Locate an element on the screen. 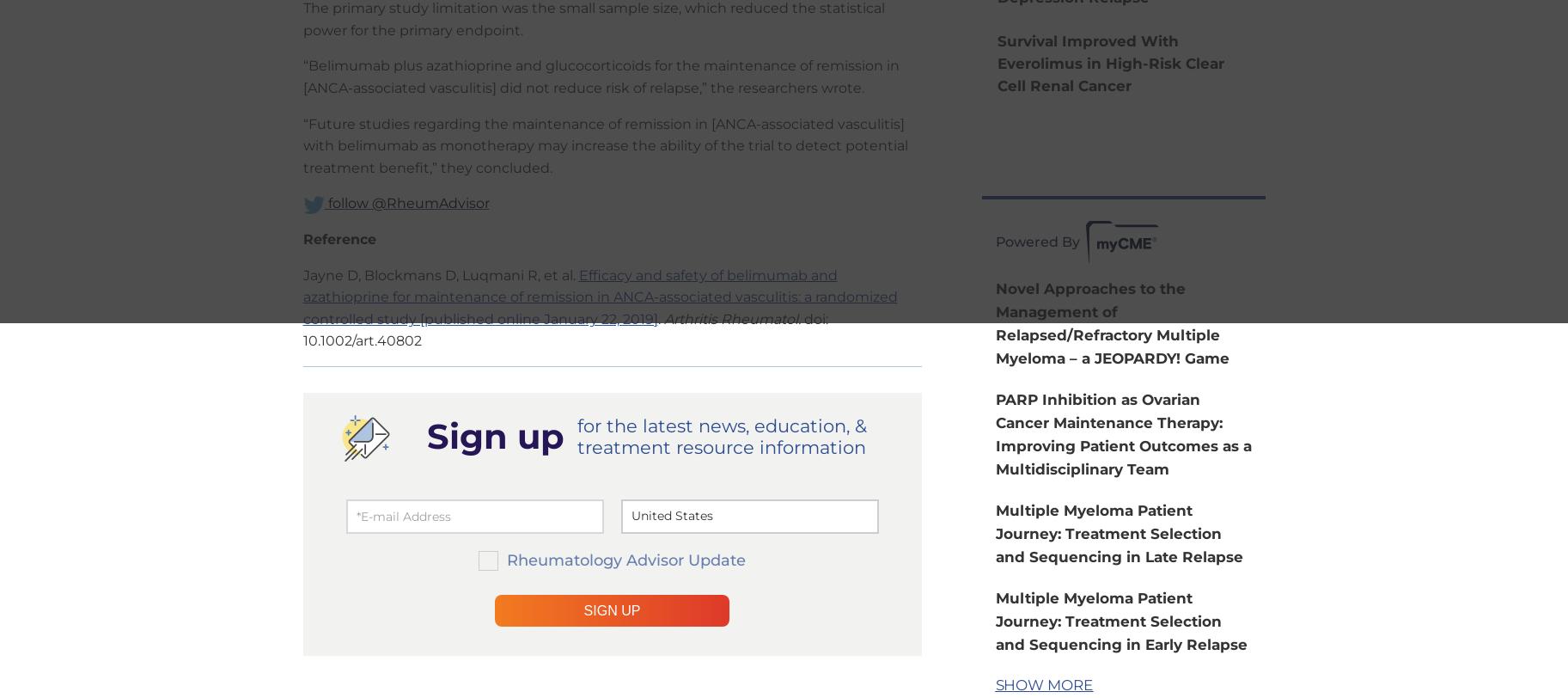  '“Future studies regarding the maintenance of remission in [ANCA-associated vasculitis] with belimumab as monotherapy may increase the ability of the trial to detect potential treatment benefit,” they concluded.' is located at coordinates (605, 144).